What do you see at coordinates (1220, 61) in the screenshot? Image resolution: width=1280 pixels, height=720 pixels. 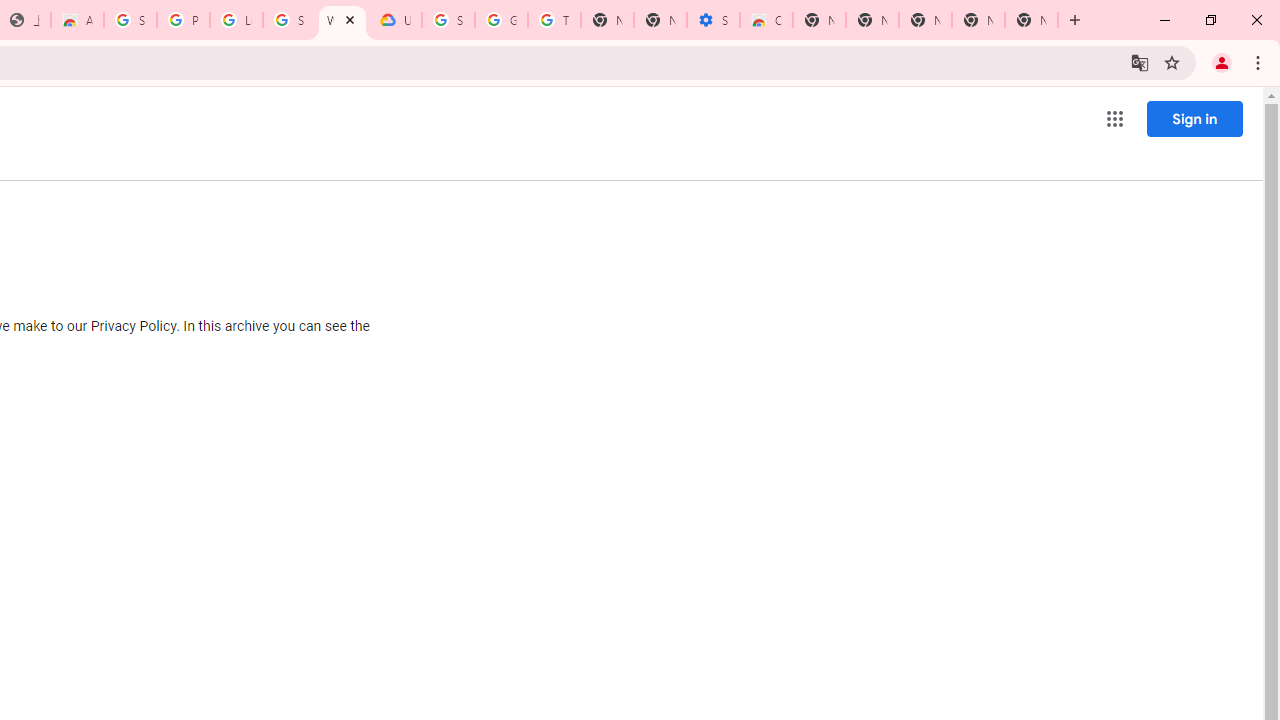 I see `'You'` at bounding box center [1220, 61].